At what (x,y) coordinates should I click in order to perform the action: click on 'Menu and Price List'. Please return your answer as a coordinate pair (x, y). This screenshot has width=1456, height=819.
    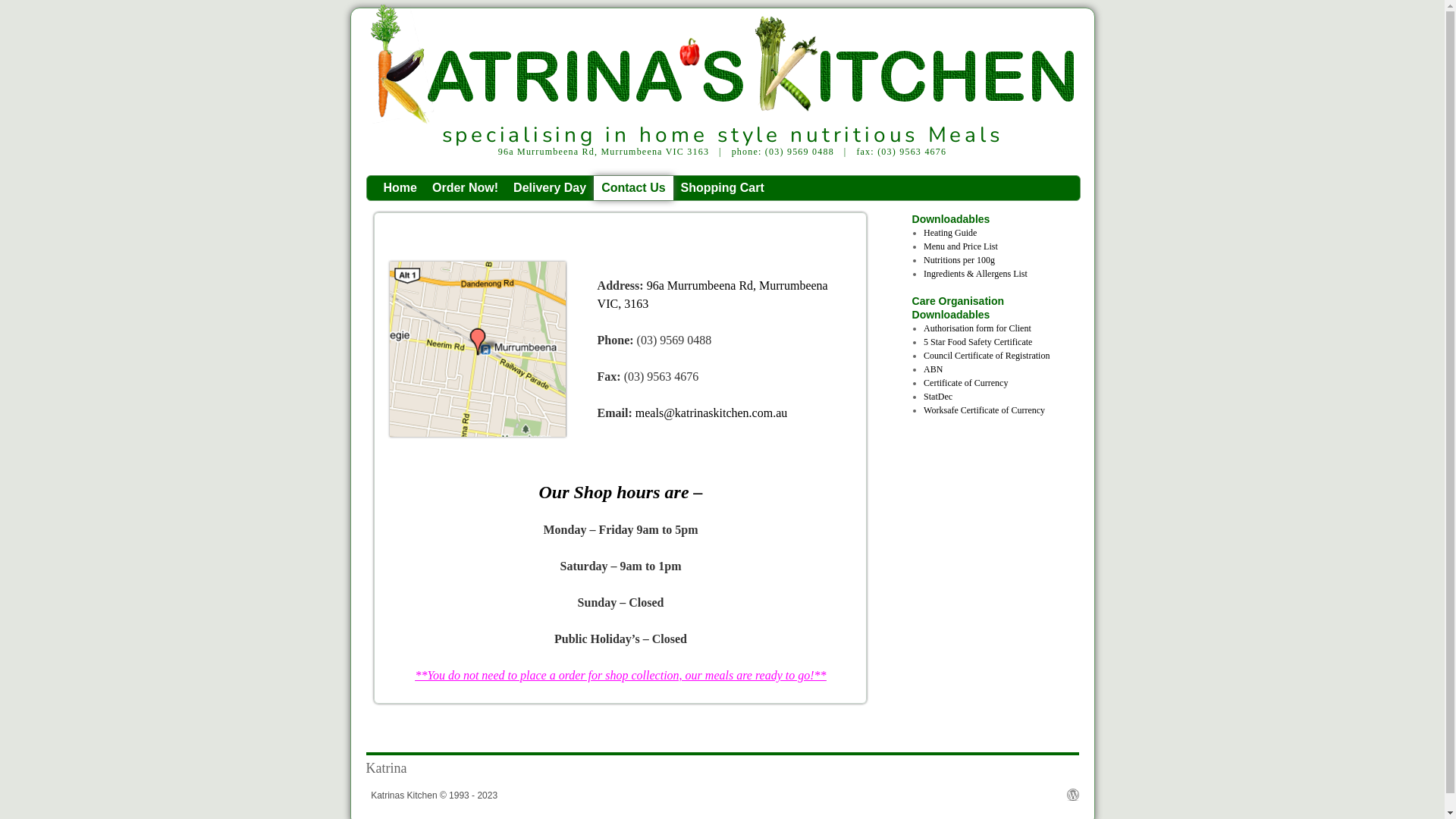
    Looking at the image, I should click on (960, 245).